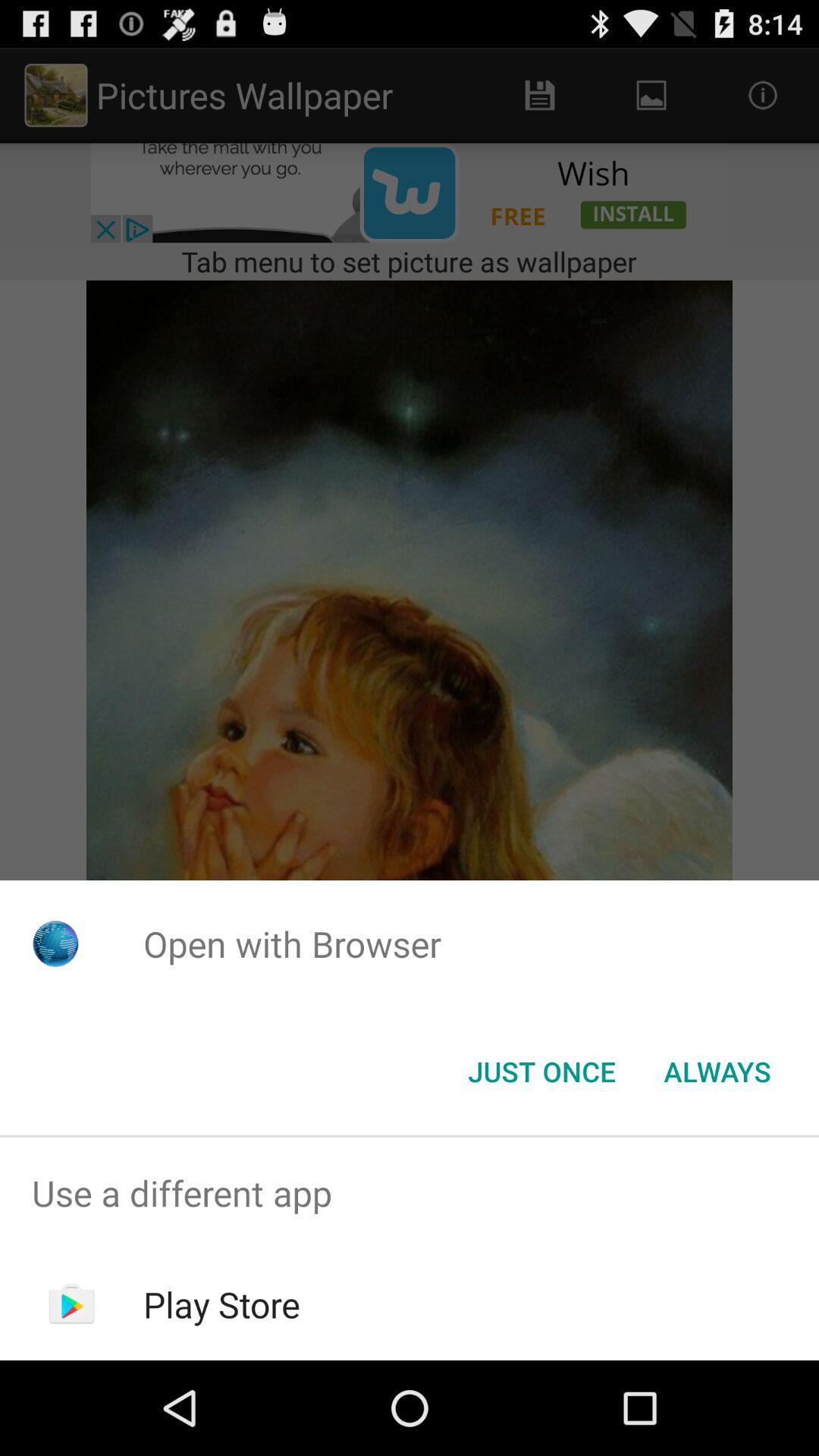 This screenshot has height=1456, width=819. What do you see at coordinates (717, 1070) in the screenshot?
I see `item below open with browser` at bounding box center [717, 1070].